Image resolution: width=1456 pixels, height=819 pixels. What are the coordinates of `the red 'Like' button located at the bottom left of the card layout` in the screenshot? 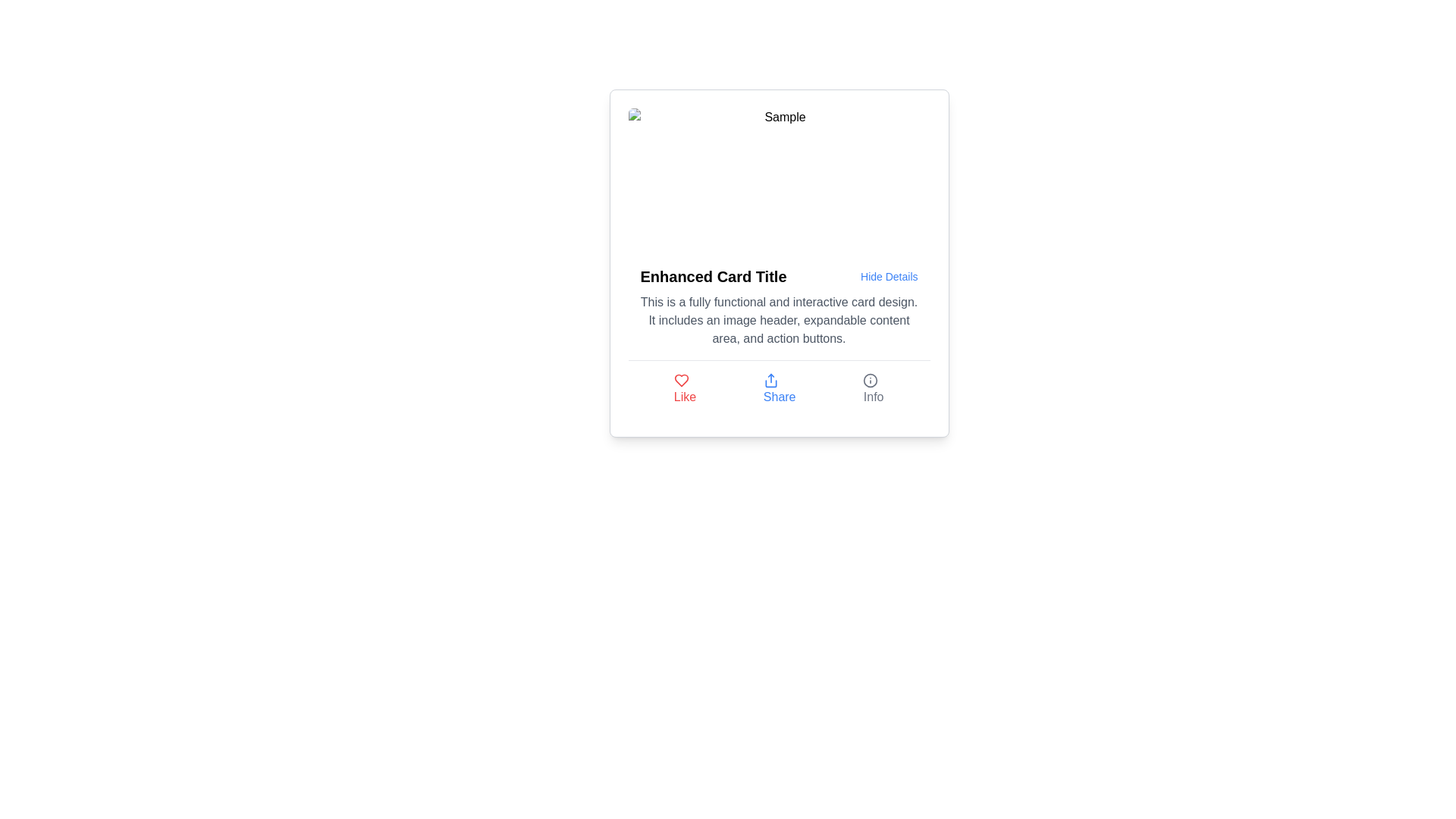 It's located at (684, 388).